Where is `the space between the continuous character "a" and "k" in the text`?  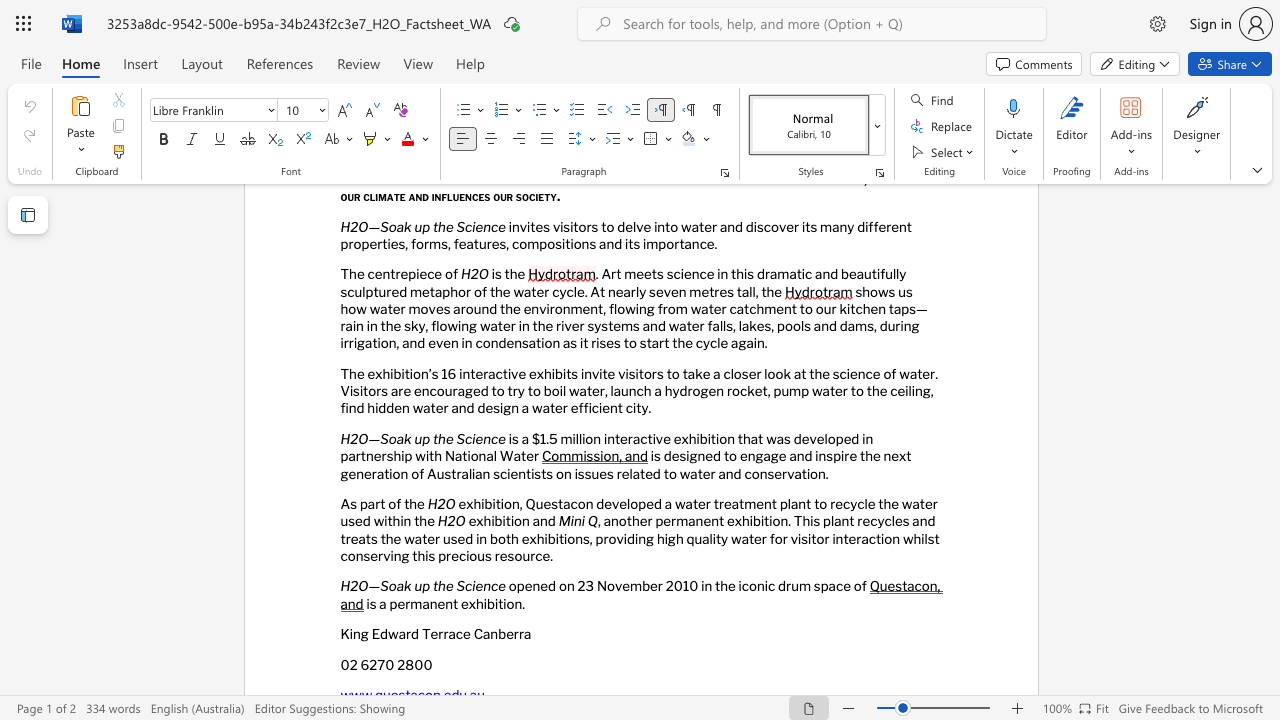
the space between the continuous character "a" and "k" in the text is located at coordinates (403, 437).